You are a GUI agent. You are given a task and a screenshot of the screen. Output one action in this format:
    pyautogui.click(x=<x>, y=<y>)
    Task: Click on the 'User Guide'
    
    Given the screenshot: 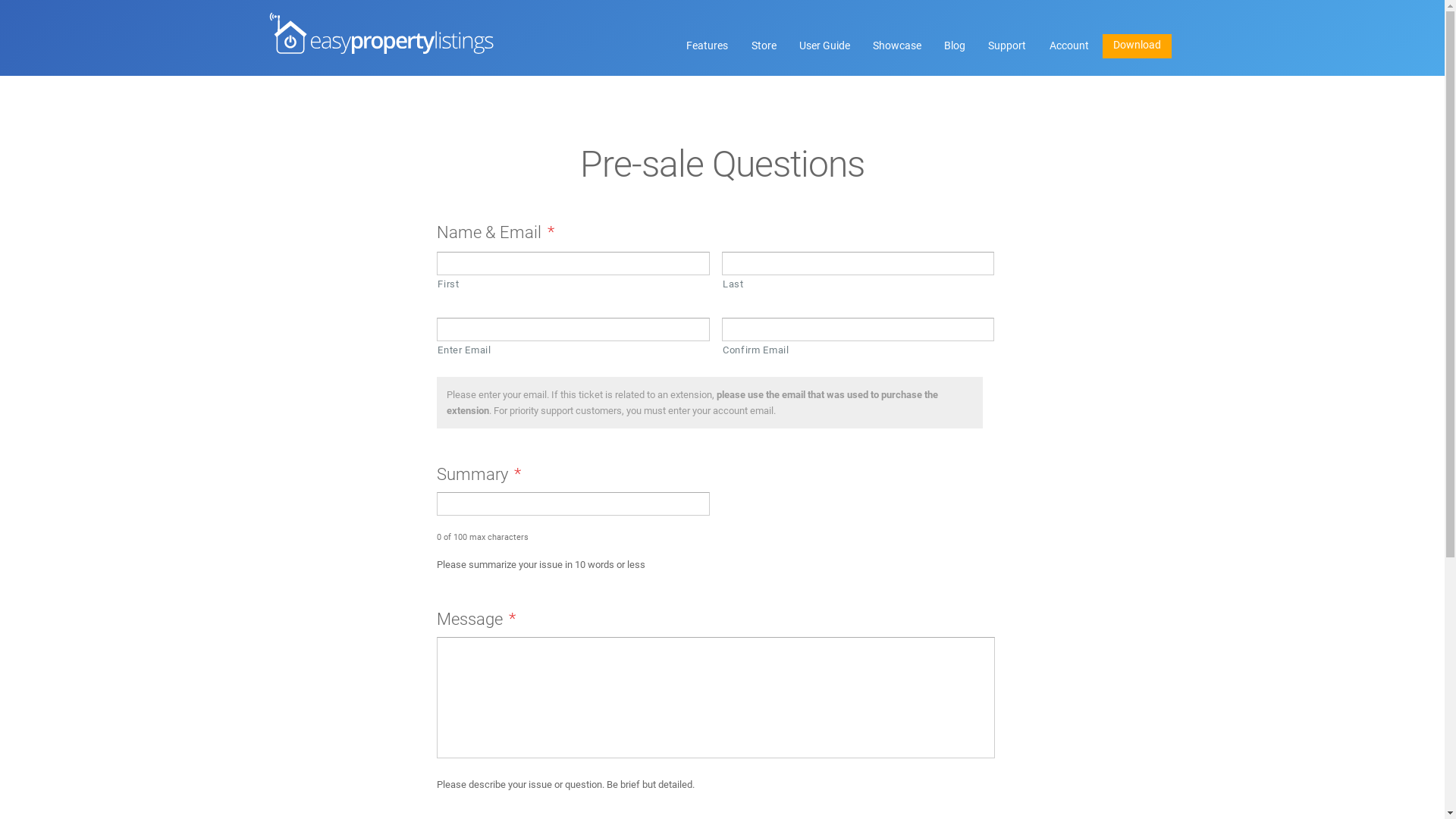 What is the action you would take?
    pyautogui.click(x=789, y=45)
    